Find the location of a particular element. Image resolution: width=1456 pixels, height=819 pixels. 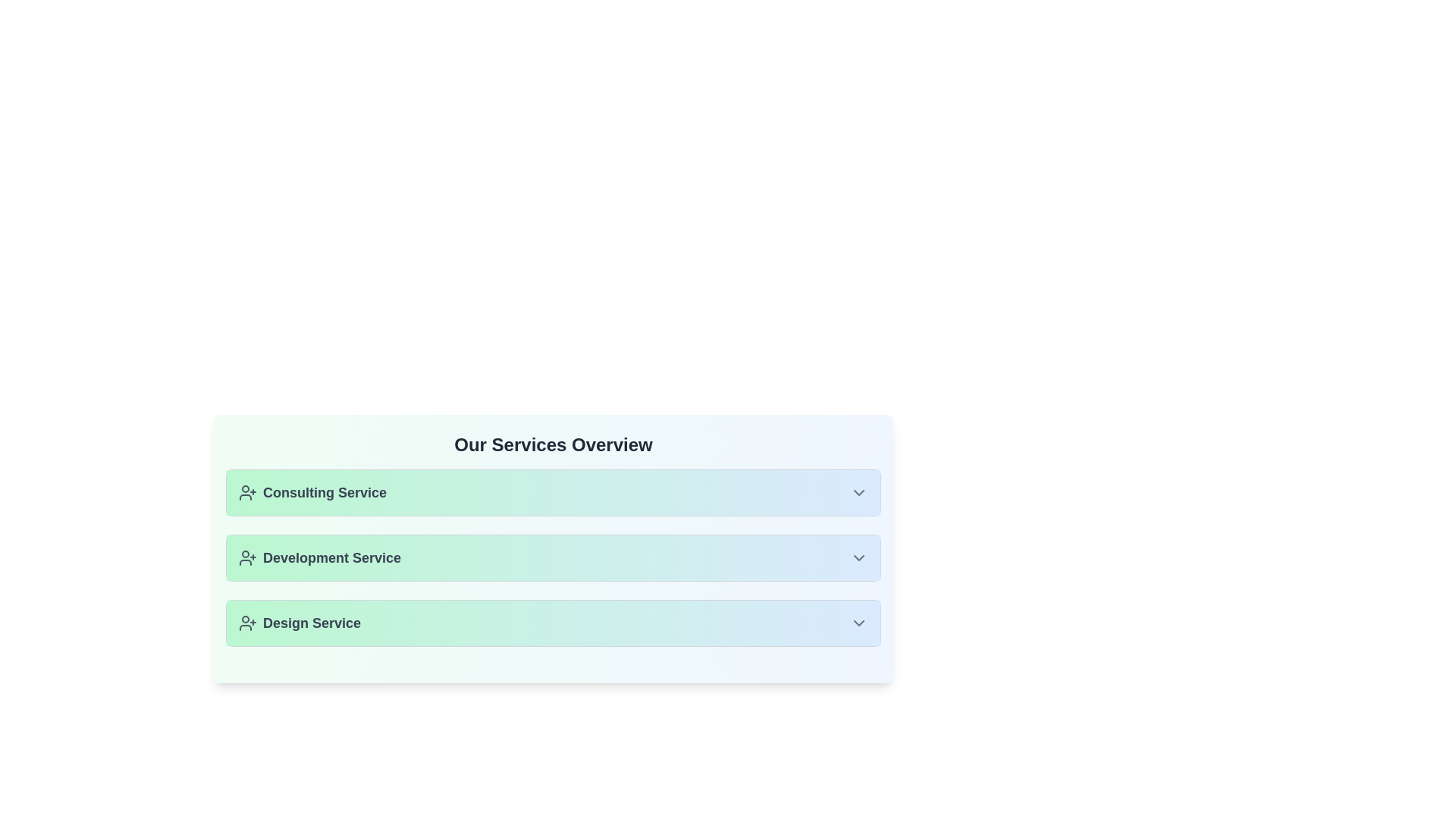

the static text element displaying 'Development Service' which is accompanied by a user-plus icon and is the second item in a vertical list is located at coordinates (319, 558).